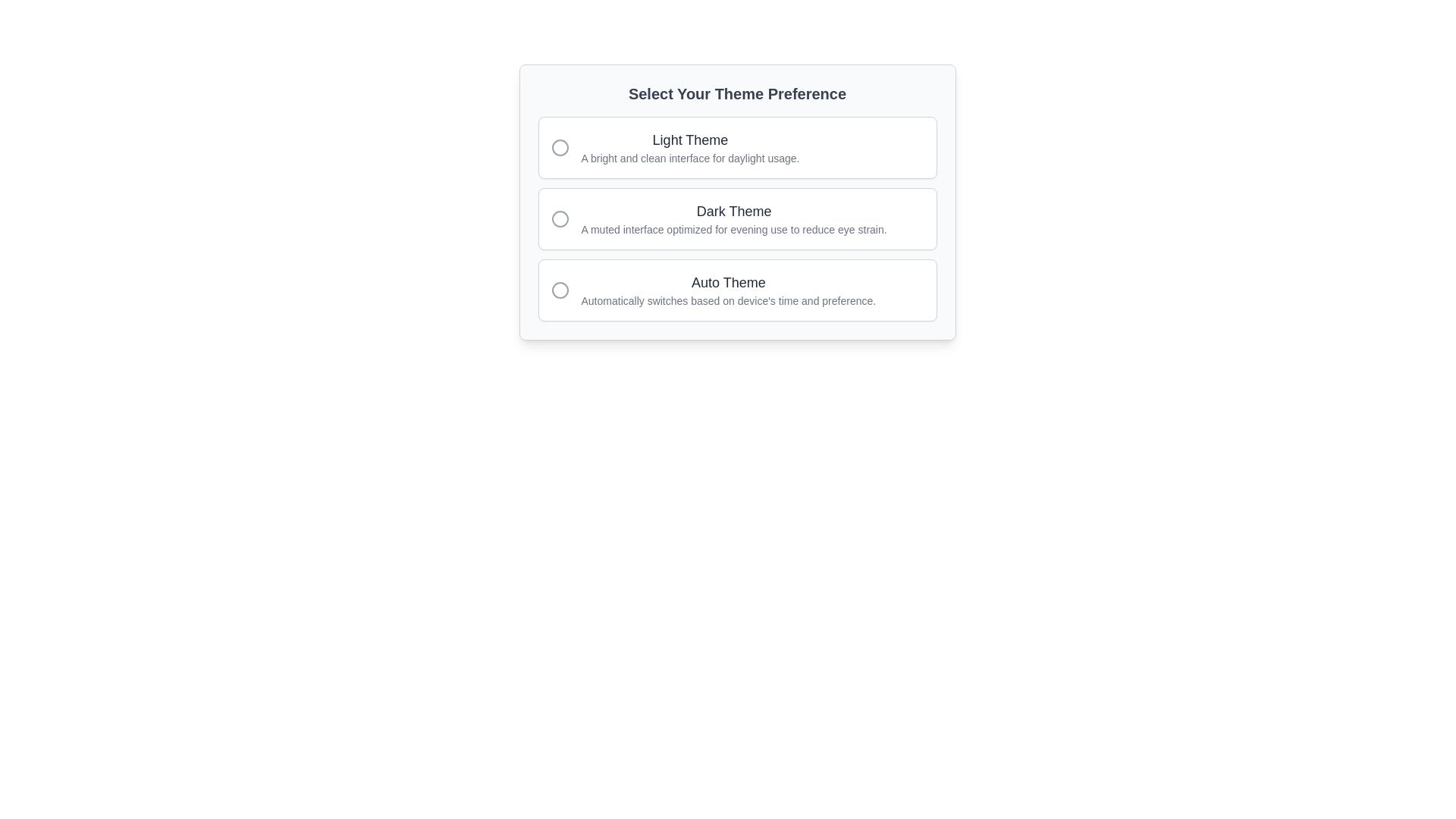  Describe the element at coordinates (737, 219) in the screenshot. I see `the selectable card with a radio button for the 'Dark Theme' option, which is the second option in the list of theme preferences` at that location.